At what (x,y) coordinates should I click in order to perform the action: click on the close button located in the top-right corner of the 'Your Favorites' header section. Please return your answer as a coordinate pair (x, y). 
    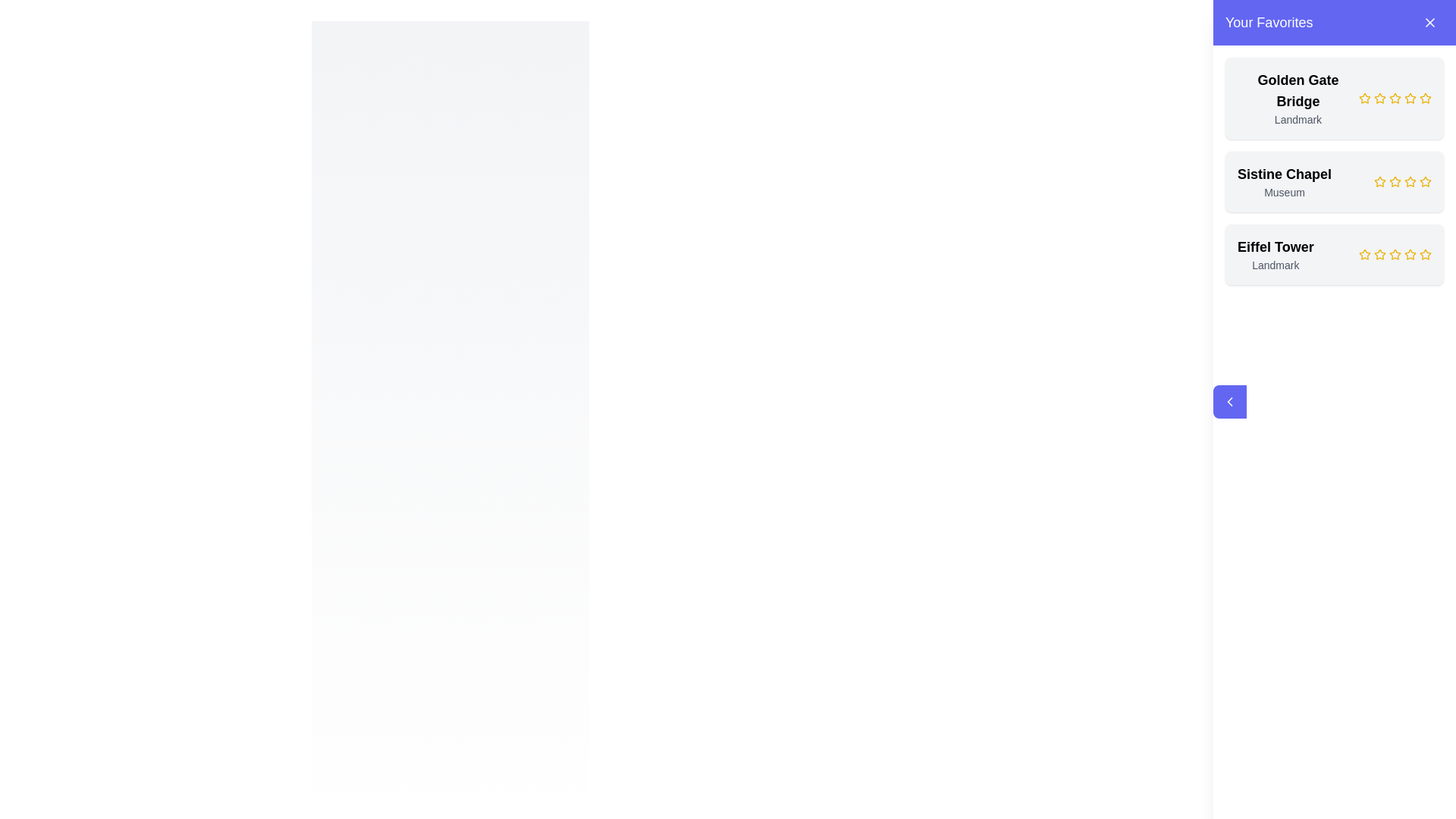
    Looking at the image, I should click on (1429, 23).